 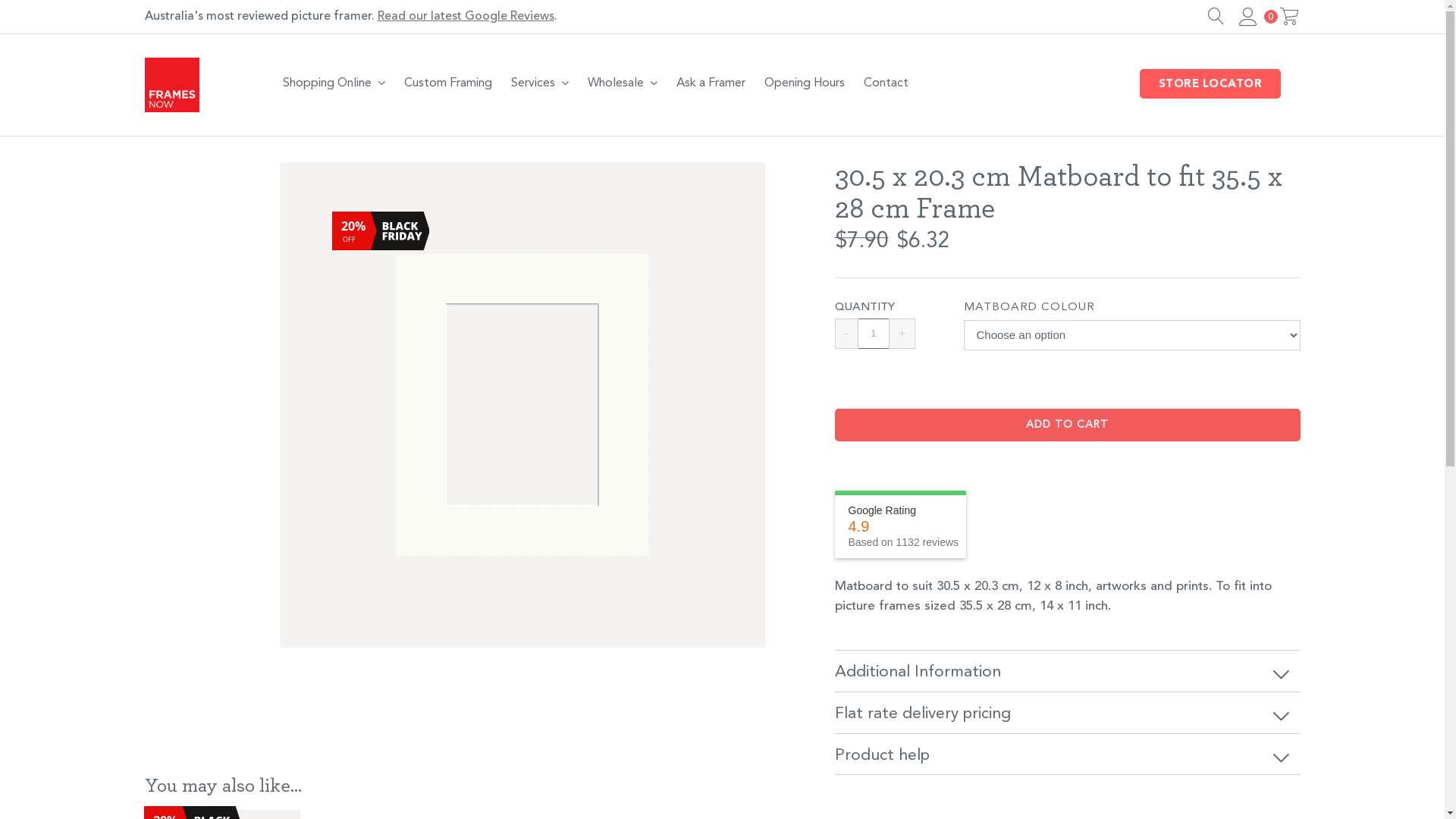 I want to click on 'Shopping Online', so click(x=333, y=83).